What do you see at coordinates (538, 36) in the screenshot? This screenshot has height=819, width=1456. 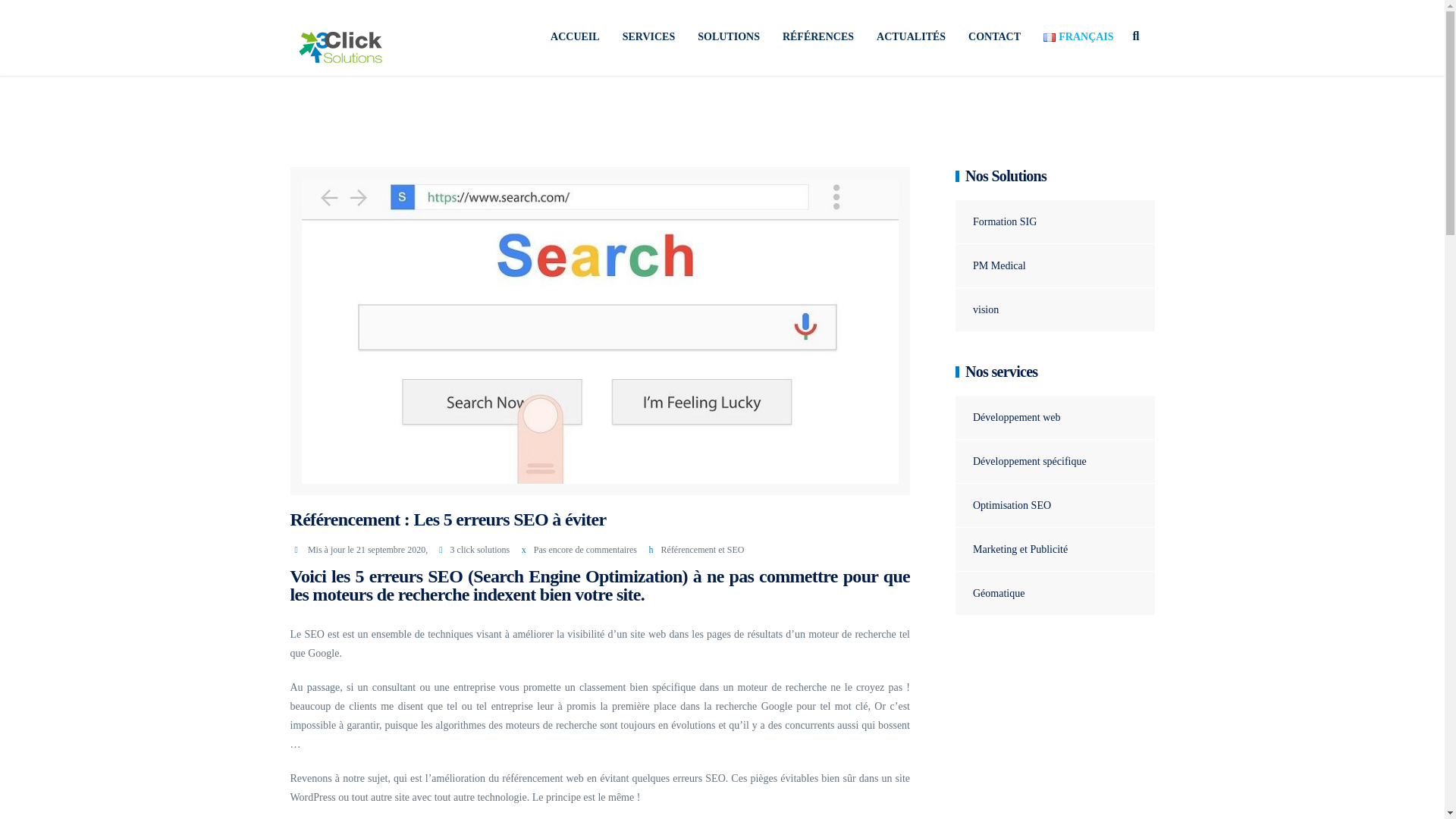 I see `'ACCUEIL'` at bounding box center [538, 36].